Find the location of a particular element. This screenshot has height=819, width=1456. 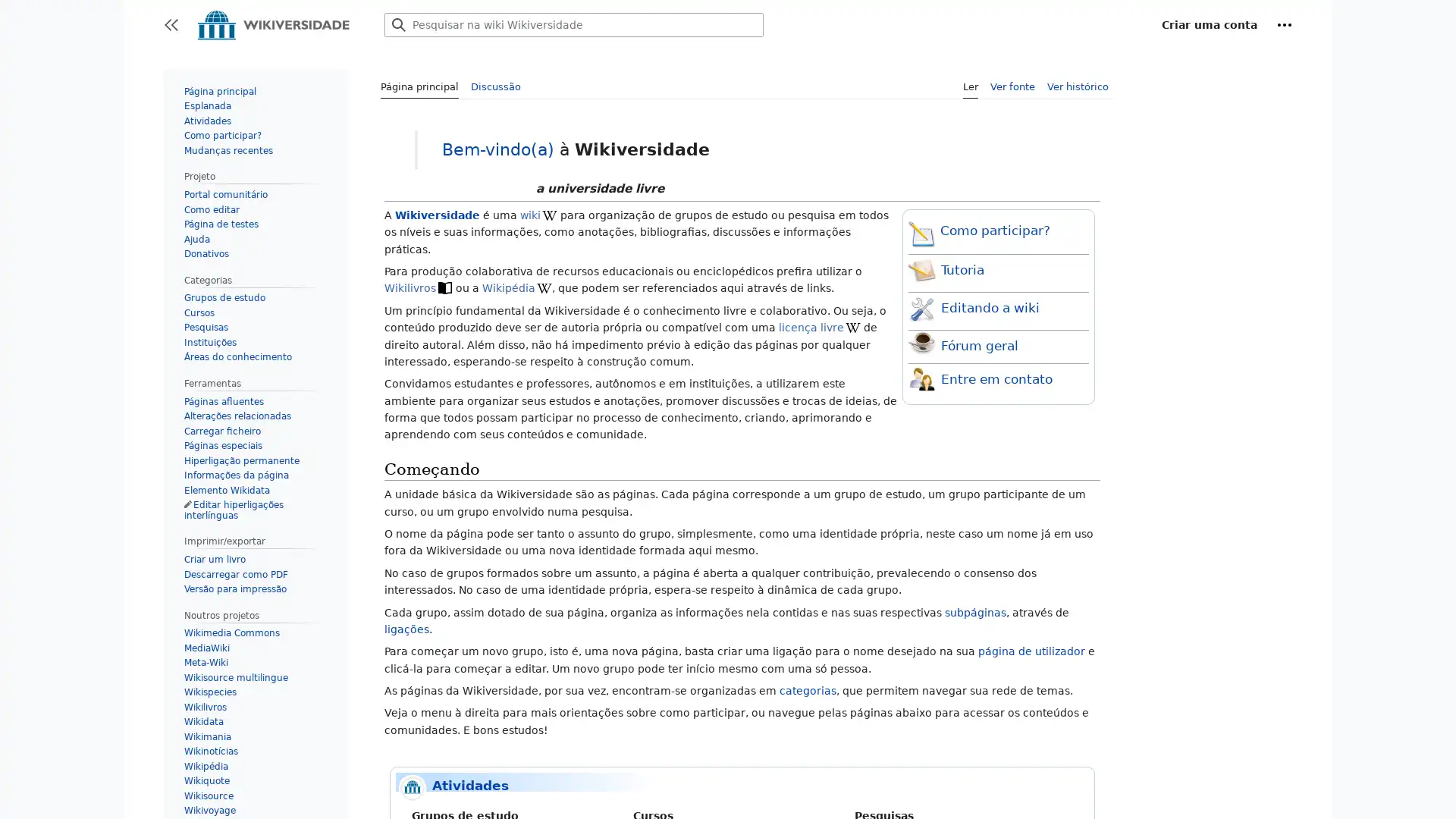

Alternar barra lateral is located at coordinates (171, 25).